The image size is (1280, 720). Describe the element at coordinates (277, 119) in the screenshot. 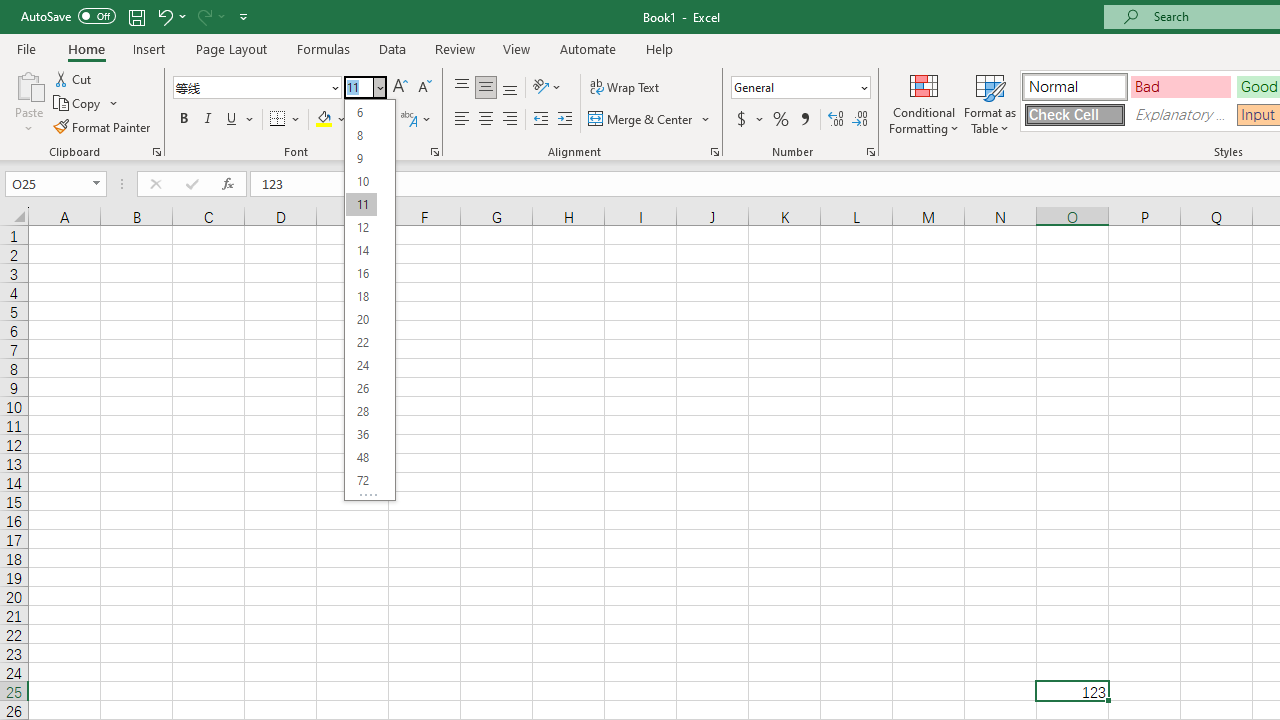

I see `'Bottom Border'` at that location.